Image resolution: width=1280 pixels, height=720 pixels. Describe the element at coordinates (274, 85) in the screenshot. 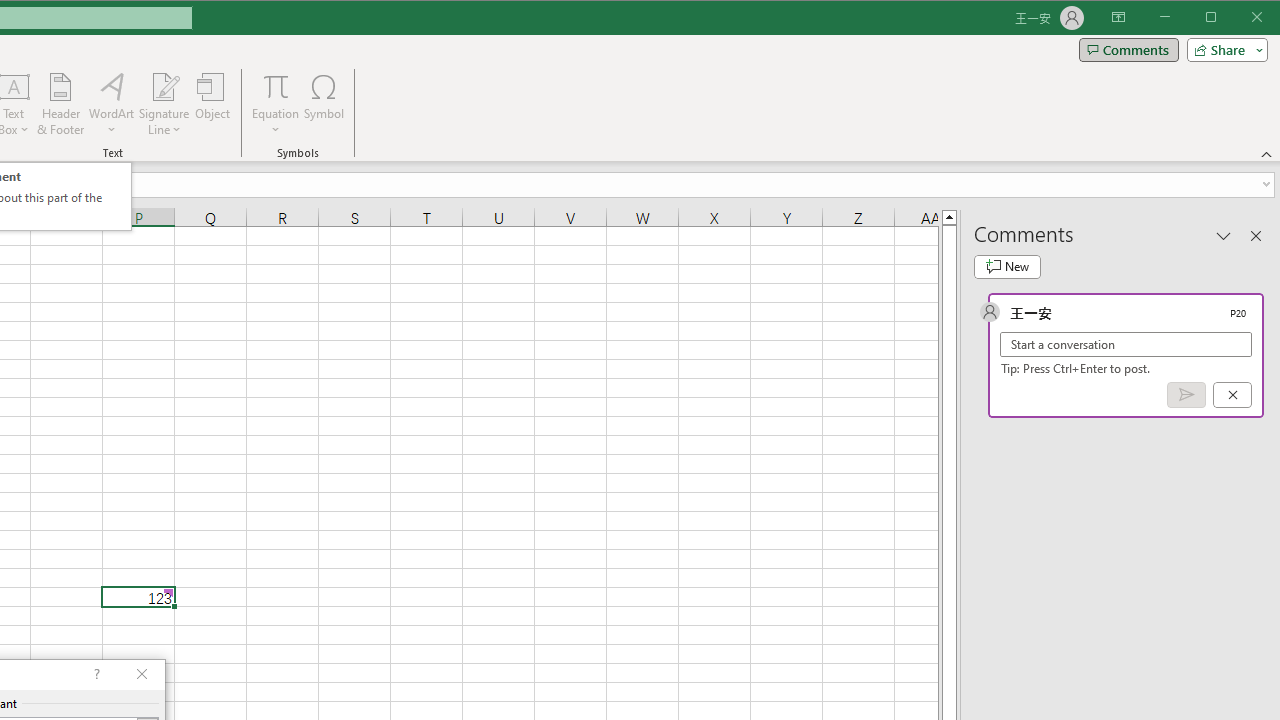

I see `'Equation'` at that location.